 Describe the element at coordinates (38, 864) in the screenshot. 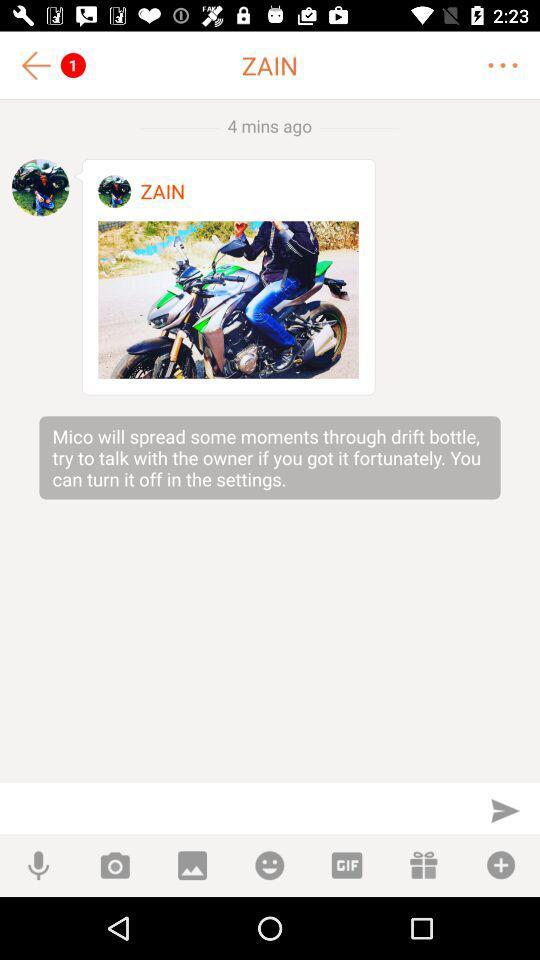

I see `mic button` at that location.